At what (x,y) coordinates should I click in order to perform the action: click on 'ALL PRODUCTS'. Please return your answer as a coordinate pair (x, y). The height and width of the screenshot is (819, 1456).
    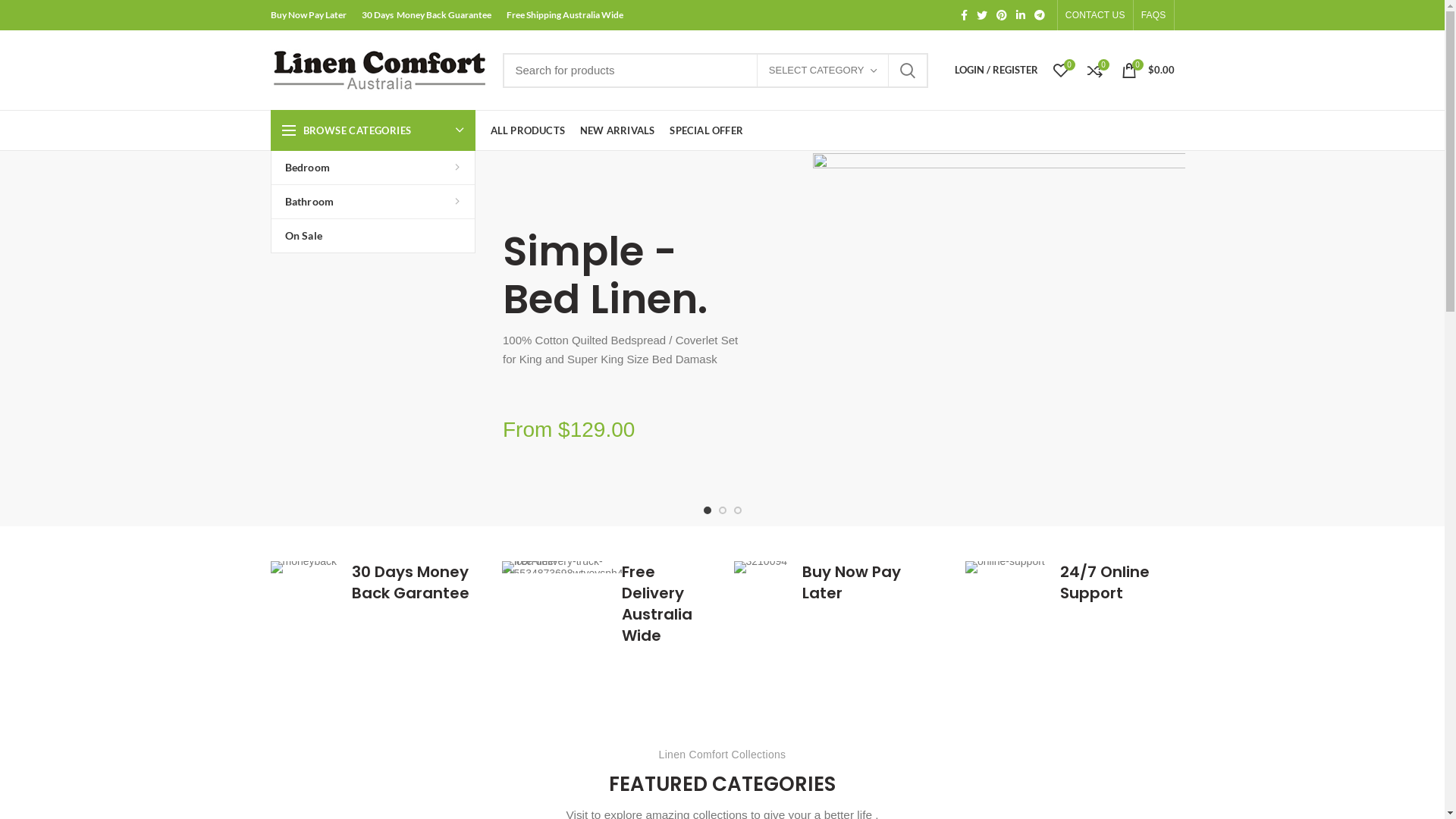
    Looking at the image, I should click on (527, 130).